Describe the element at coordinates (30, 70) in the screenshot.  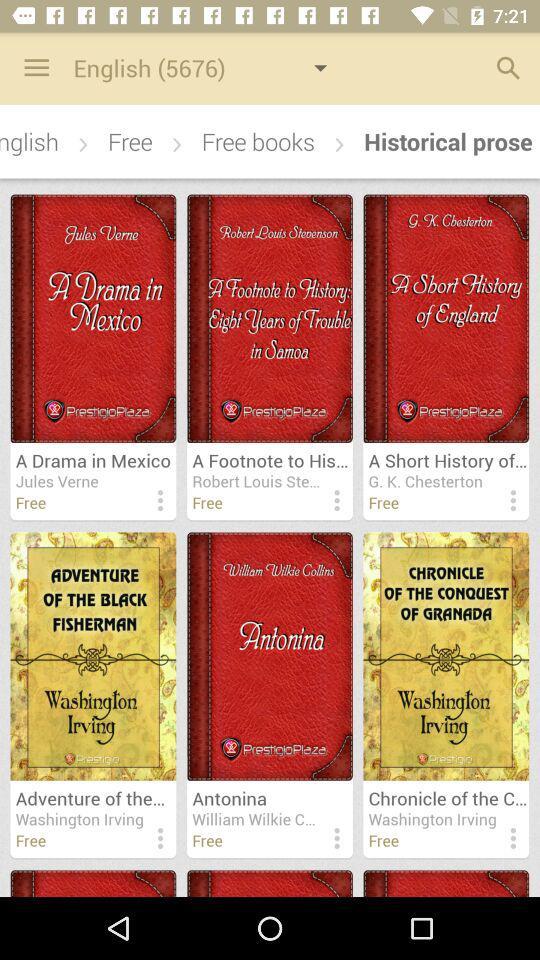
I see `the menu icon` at that location.